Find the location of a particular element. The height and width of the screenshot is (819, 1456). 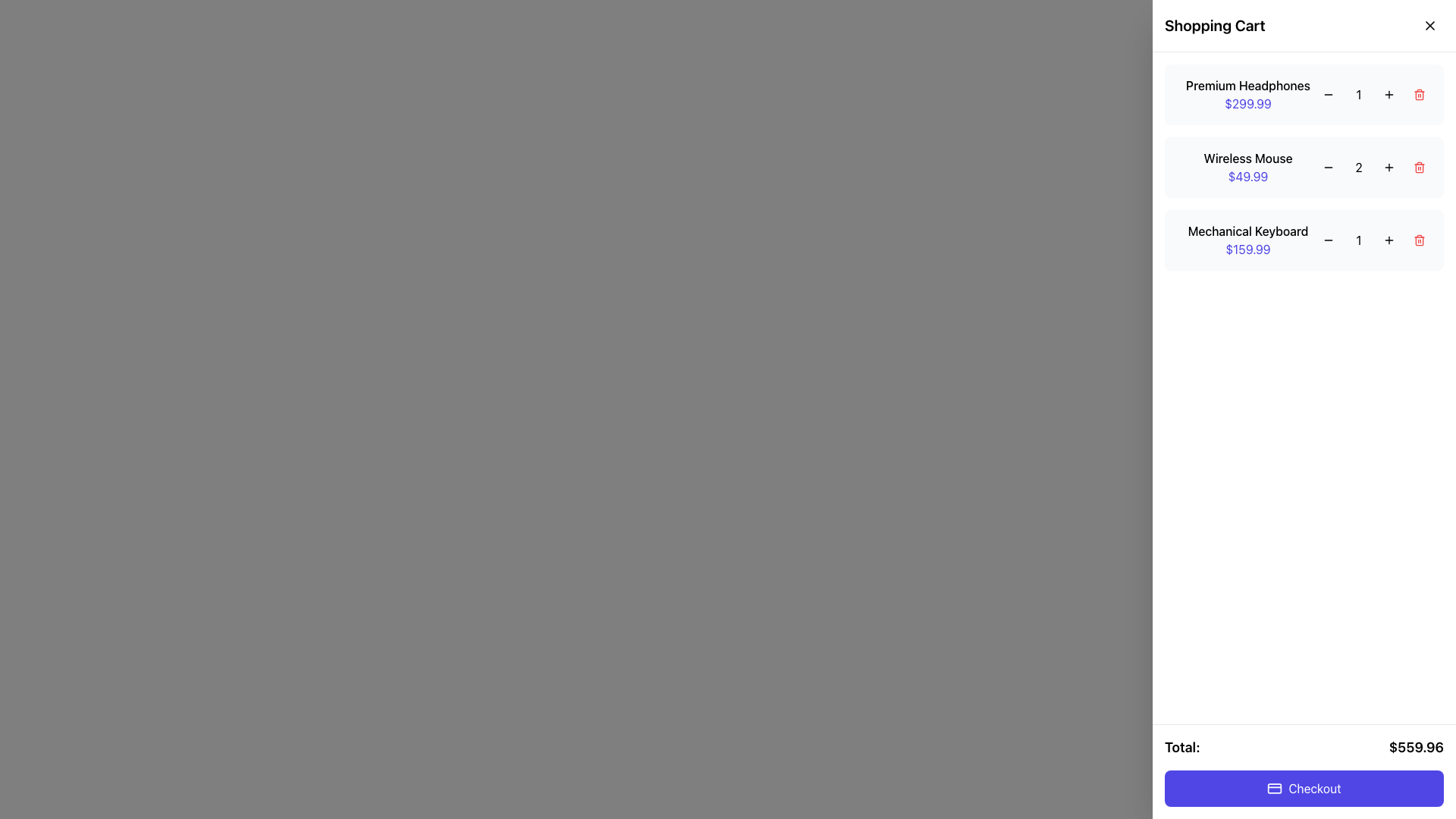

the text label displaying 'Mechanical Keyboard' in the shopping cart is located at coordinates (1248, 231).